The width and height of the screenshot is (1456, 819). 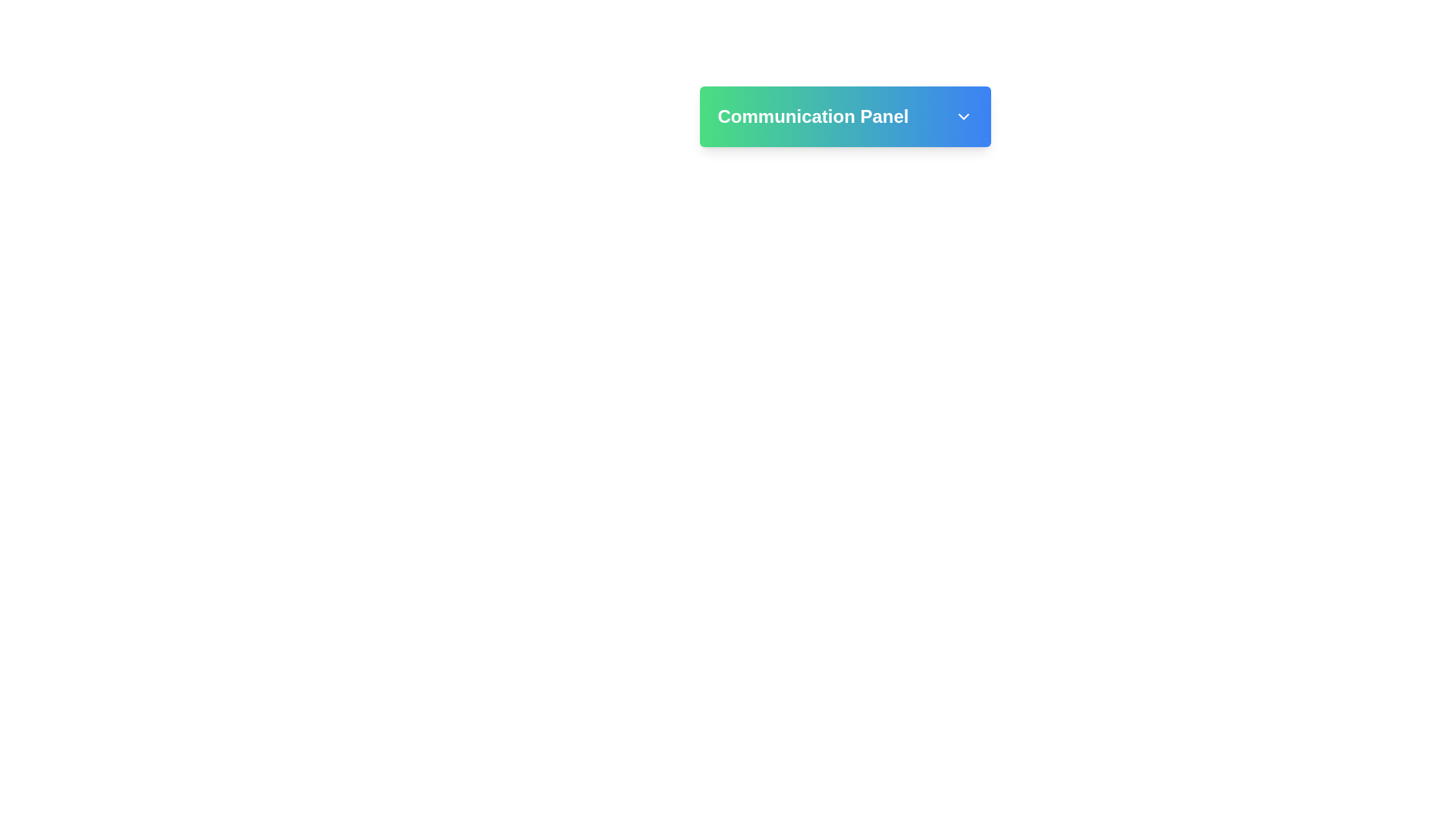 What do you see at coordinates (844, 116) in the screenshot?
I see `the 'Communication Panel' text label` at bounding box center [844, 116].